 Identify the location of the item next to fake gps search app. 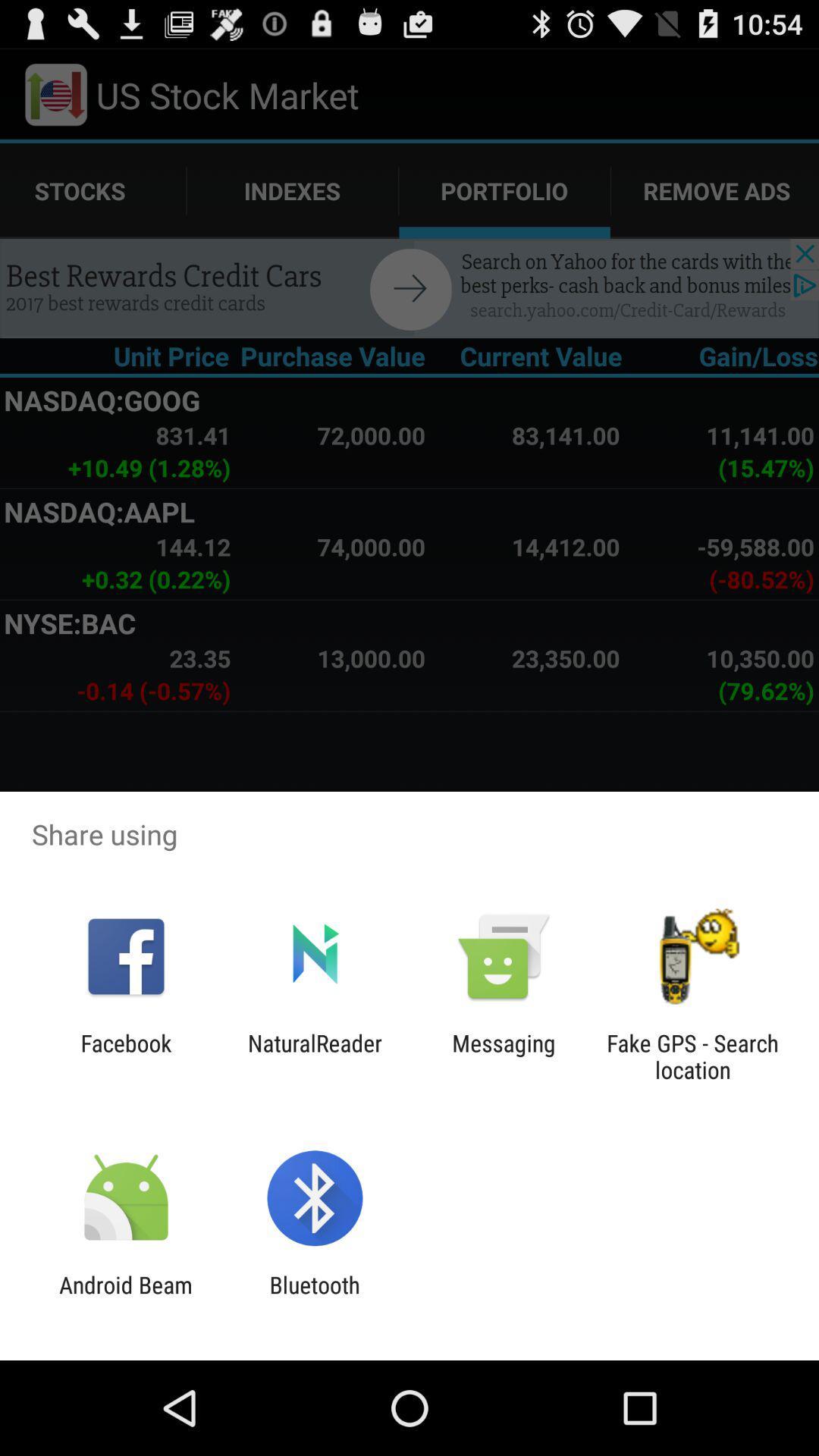
(504, 1056).